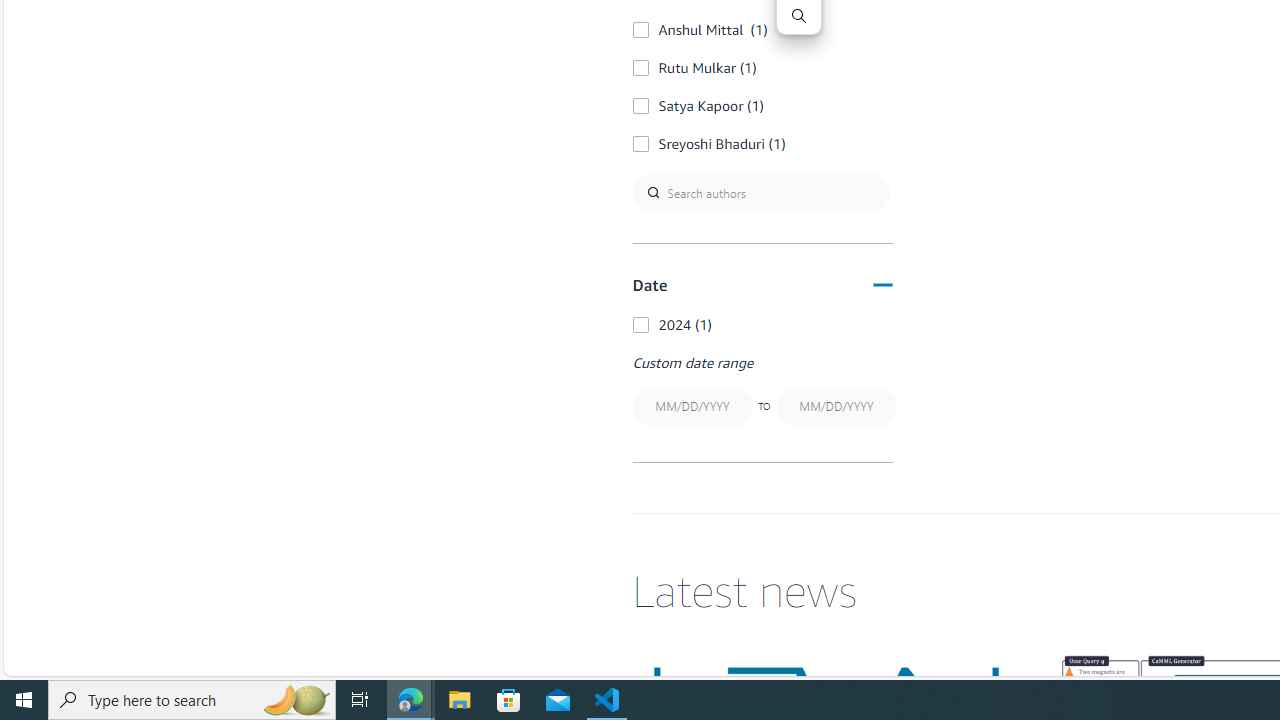 The width and height of the screenshot is (1280, 720). What do you see at coordinates (761, 392) in the screenshot?
I see `'Custom date rangeTO'` at bounding box center [761, 392].